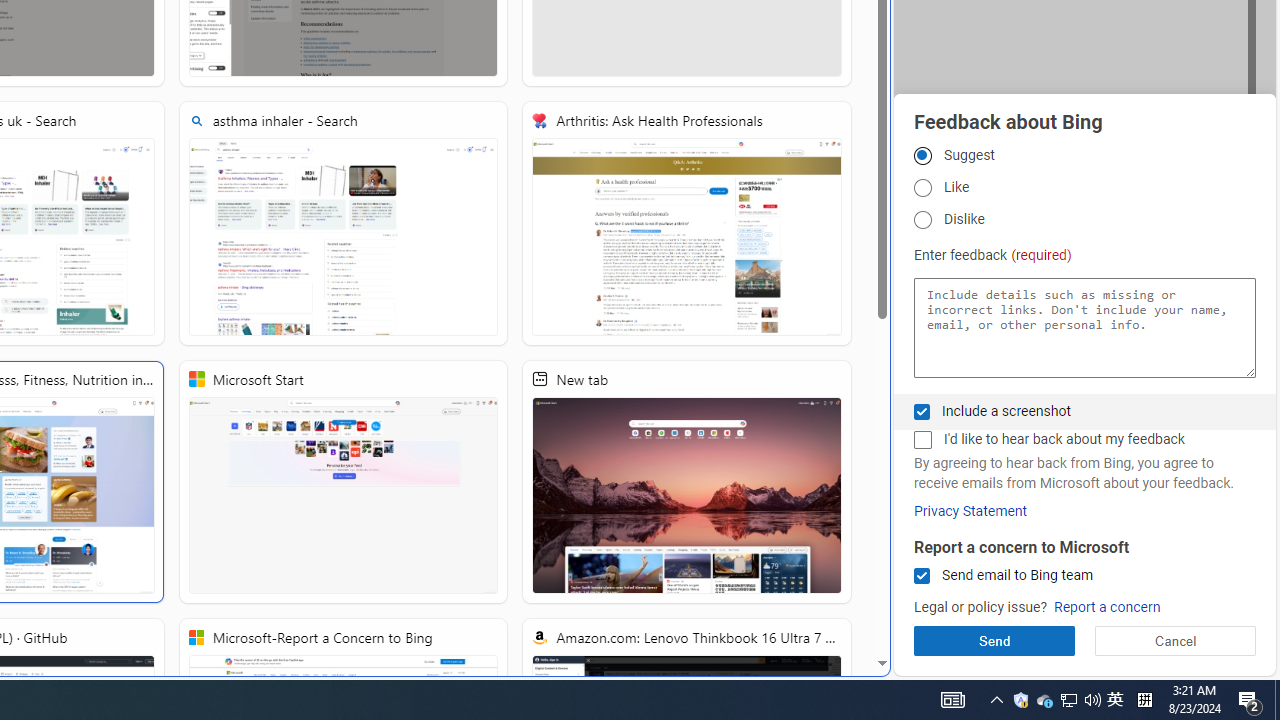  Describe the element at coordinates (1175, 640) in the screenshot. I see `'Cancel'` at that location.